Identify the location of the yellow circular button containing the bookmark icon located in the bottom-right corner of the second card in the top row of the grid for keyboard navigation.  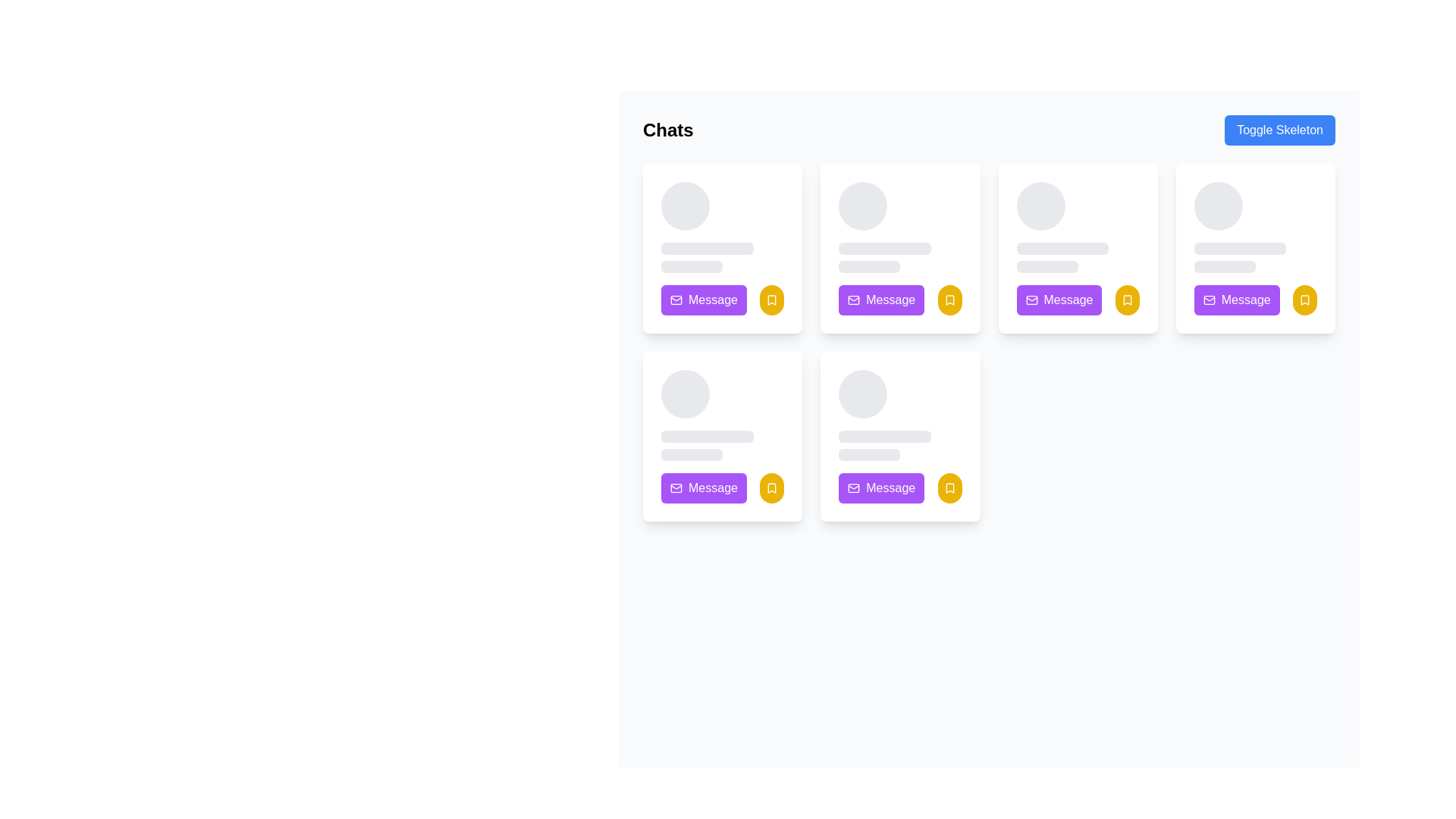
(949, 300).